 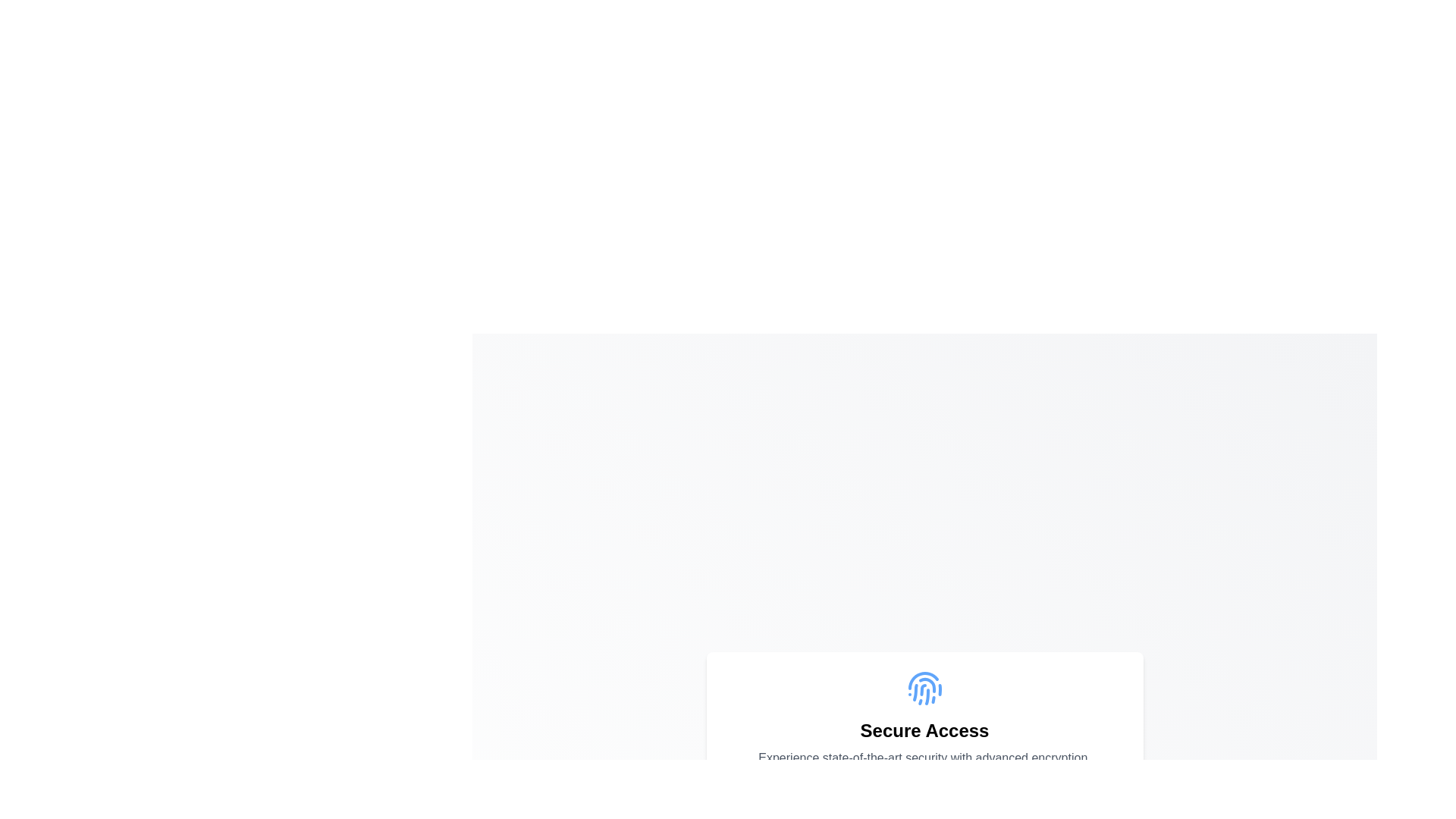 I want to click on the security icon that signifies secure access, located centrally above the 'Secure Access' text, so click(x=924, y=688).